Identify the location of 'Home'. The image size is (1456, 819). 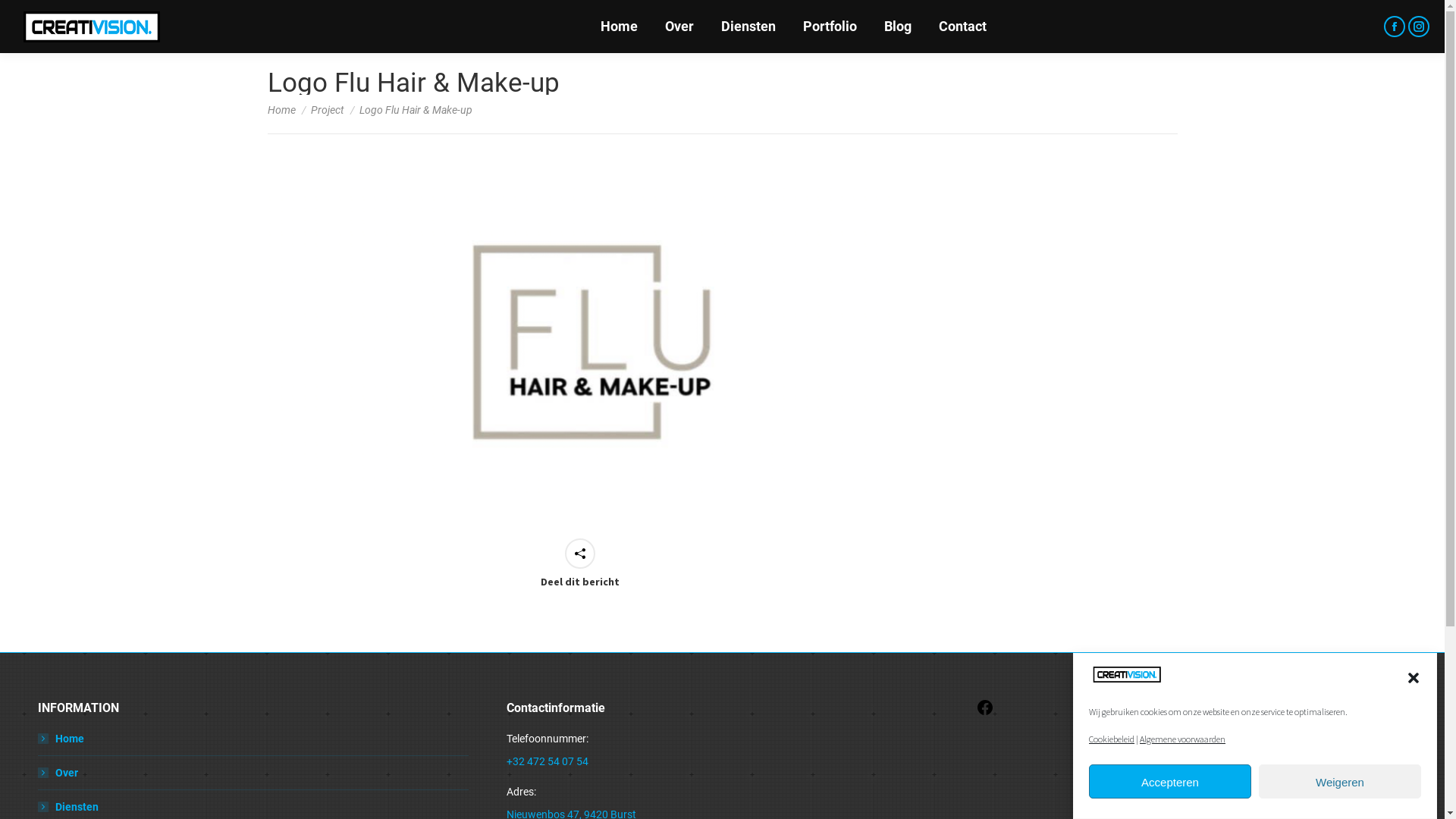
(281, 109).